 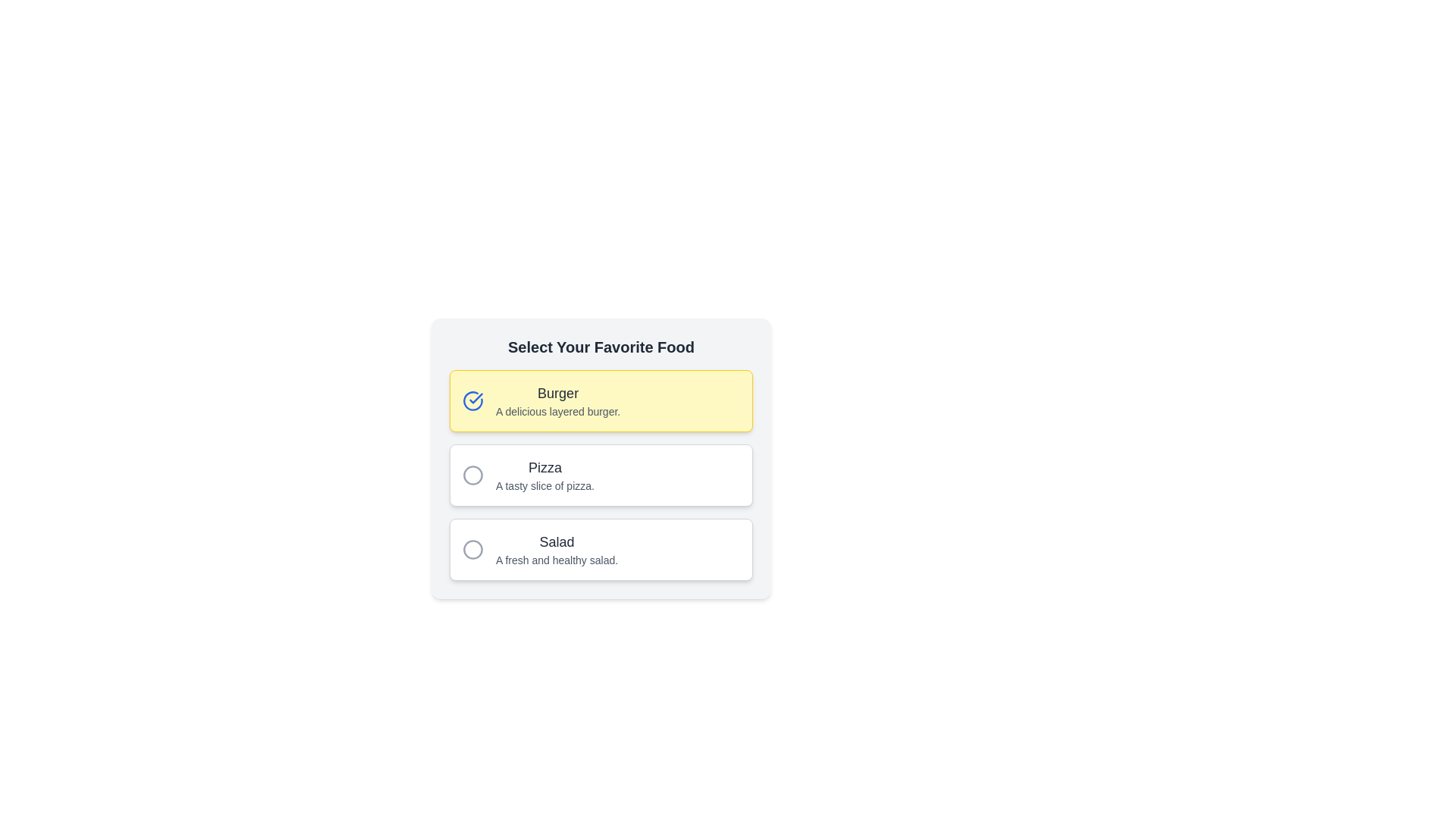 I want to click on the unselected radio button indicator for the 'Pizza' option located in the second option row, so click(x=472, y=475).